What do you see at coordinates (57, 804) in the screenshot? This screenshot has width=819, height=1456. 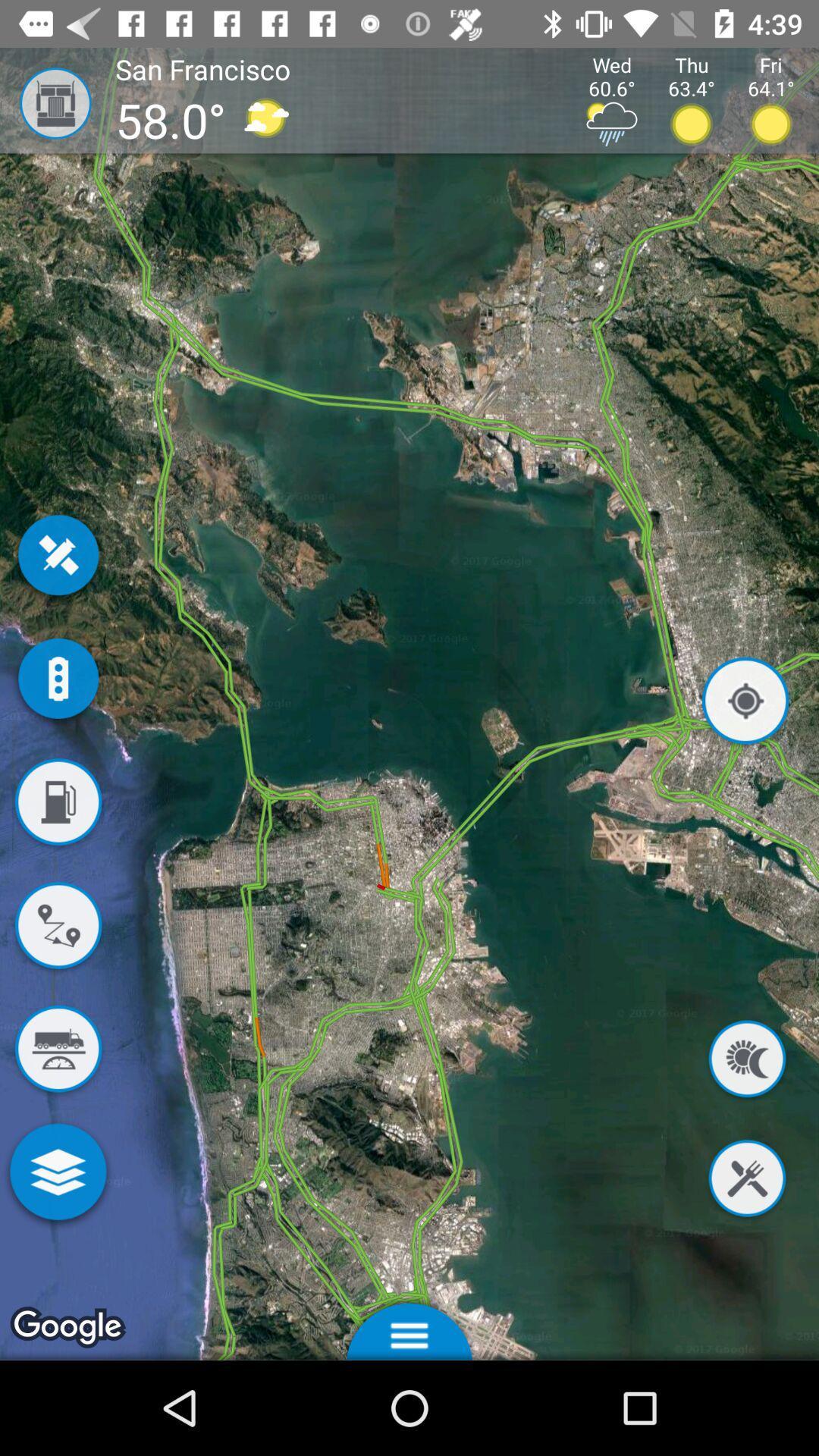 I see `the avatar icon` at bounding box center [57, 804].